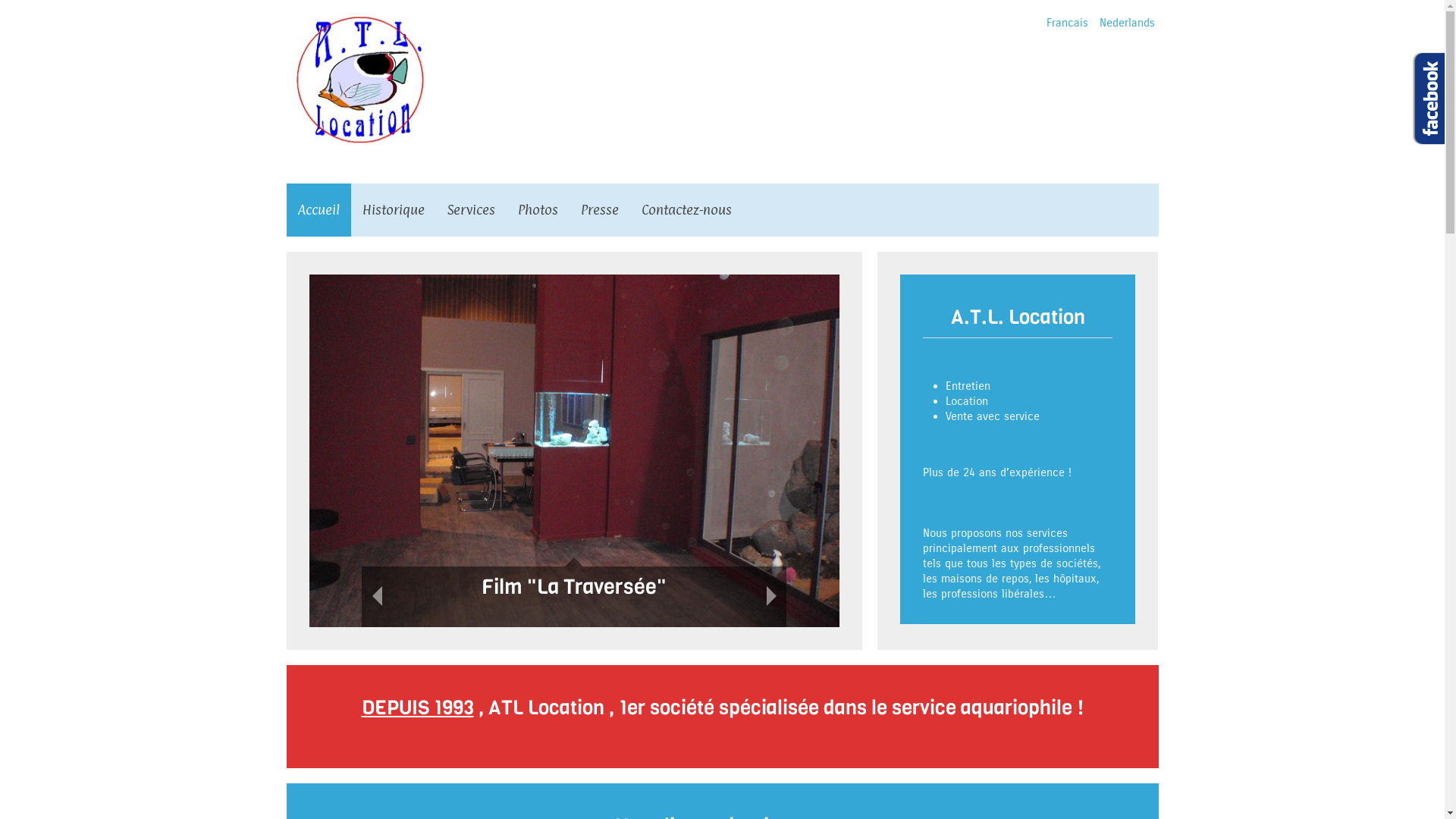 This screenshot has height=819, width=1456. I want to click on 'Photos', so click(538, 210).